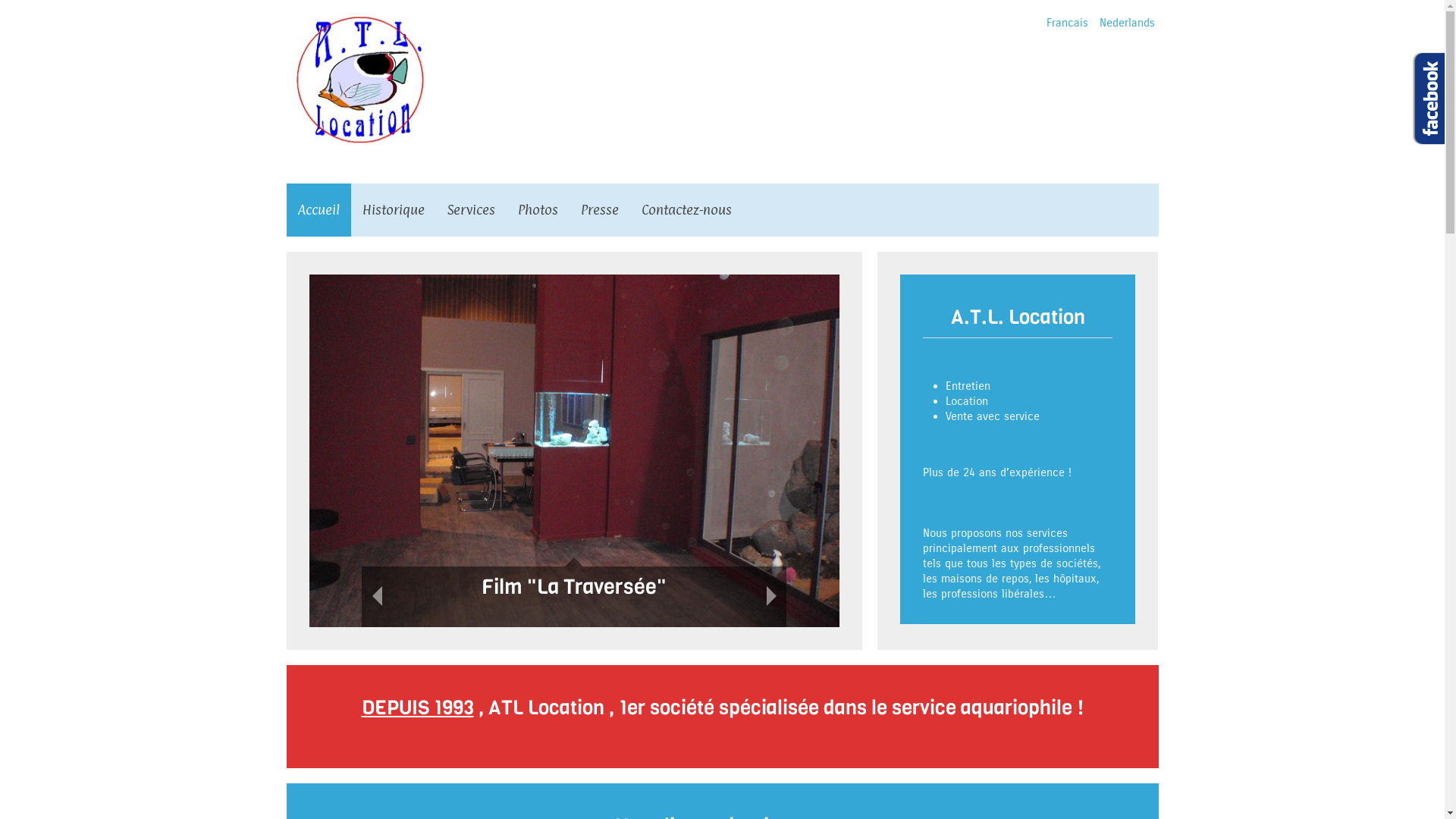 This screenshot has height=819, width=1456. I want to click on 'Photos', so click(538, 210).